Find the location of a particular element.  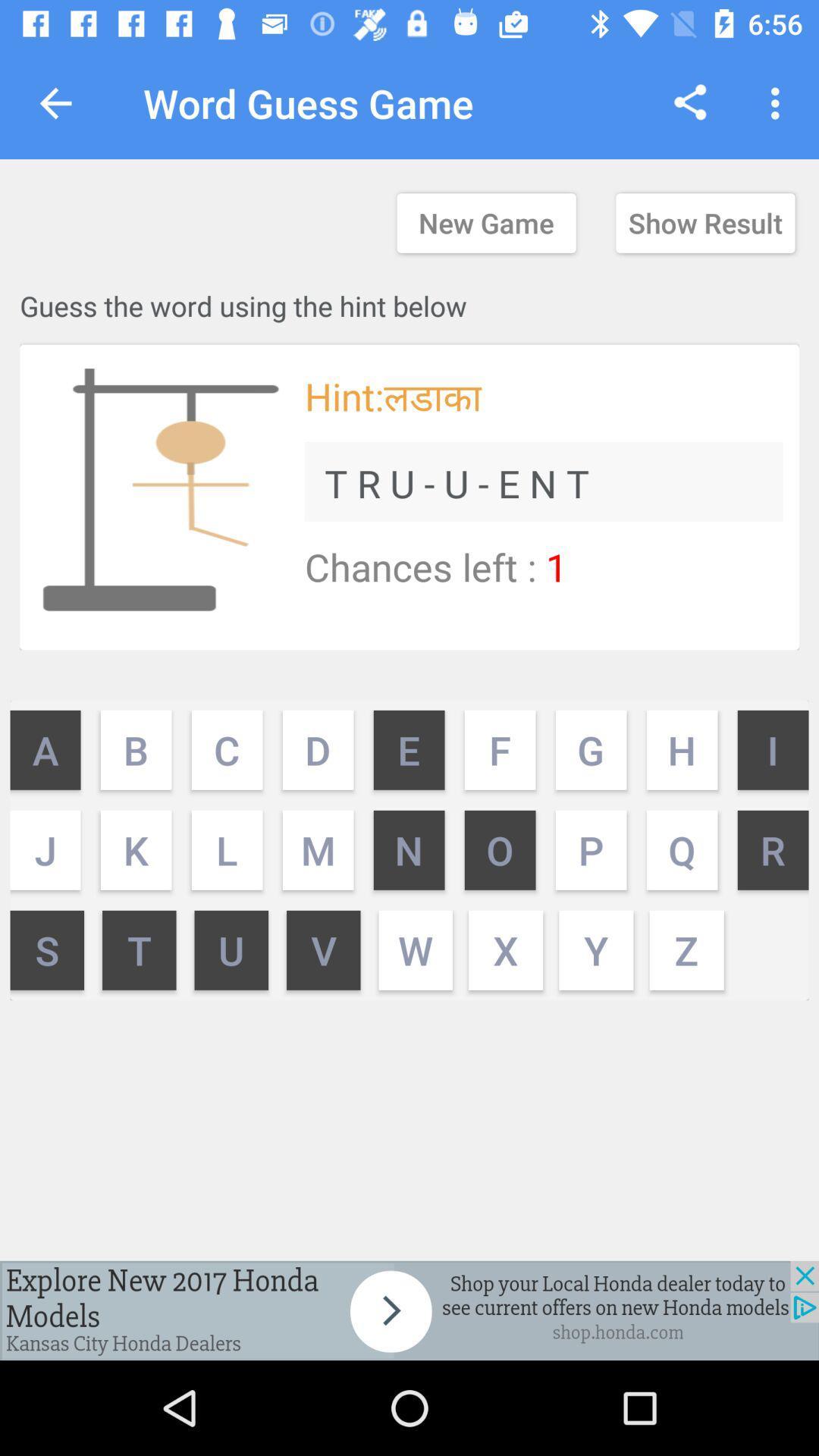

the advertisement is located at coordinates (409, 1310).